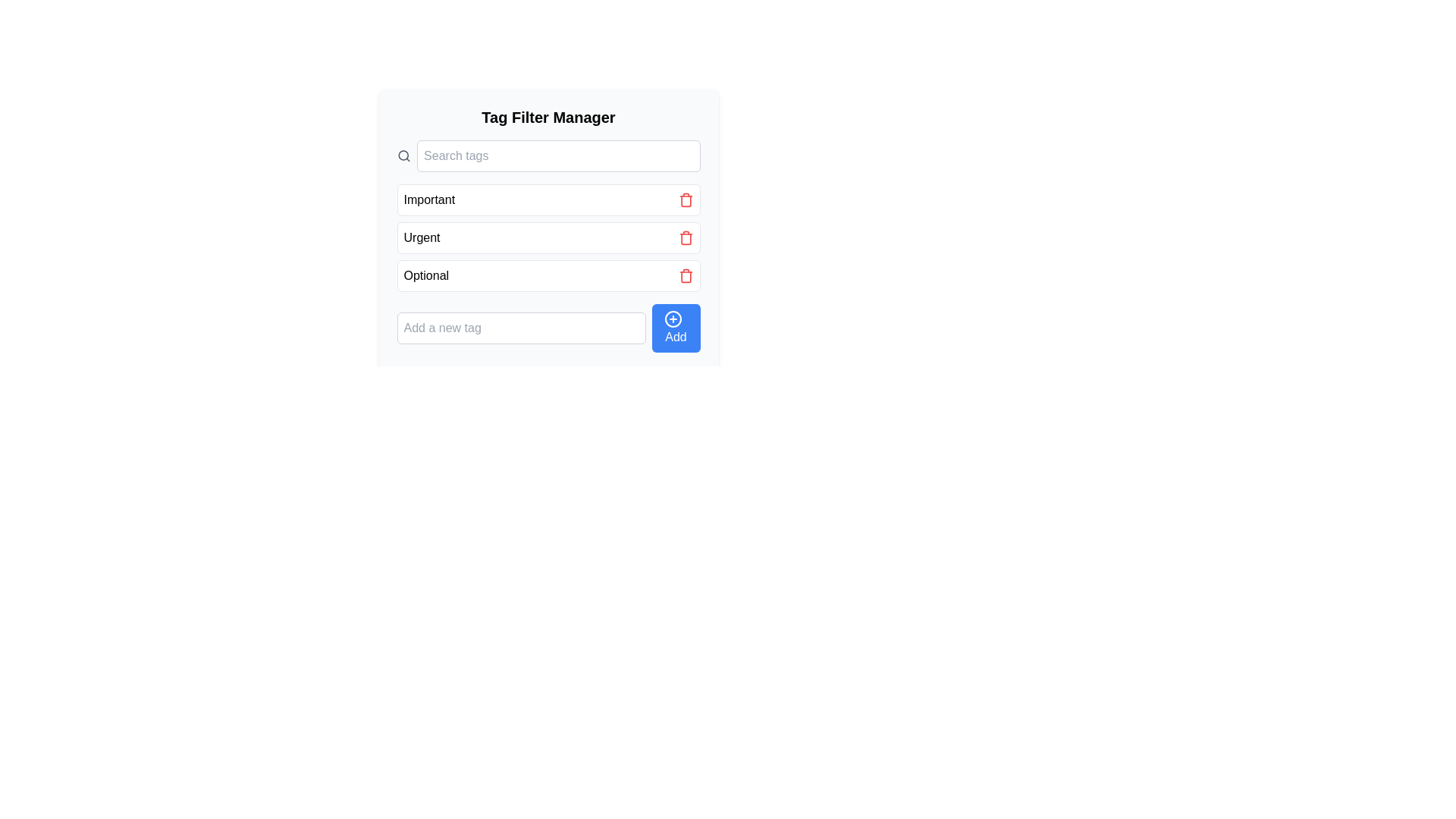 Image resolution: width=1456 pixels, height=819 pixels. What do you see at coordinates (557, 155) in the screenshot?
I see `the search input box in the 'Tag Filter Manager' section to focus on it for tag input` at bounding box center [557, 155].